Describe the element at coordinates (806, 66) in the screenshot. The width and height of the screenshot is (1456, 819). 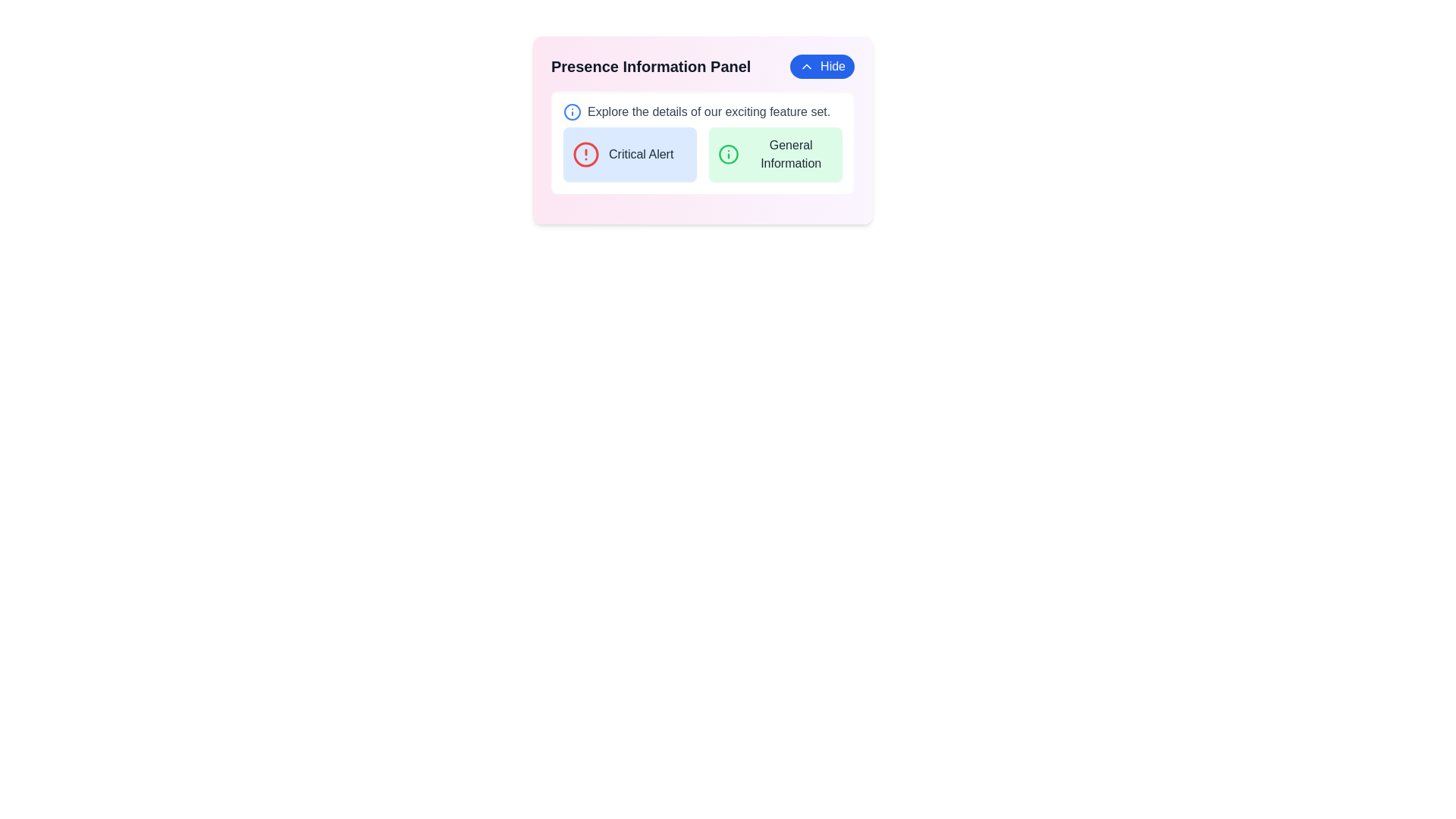
I see `the chevron icon located in the top-right corner of the 'Presence Information Panel'` at that location.